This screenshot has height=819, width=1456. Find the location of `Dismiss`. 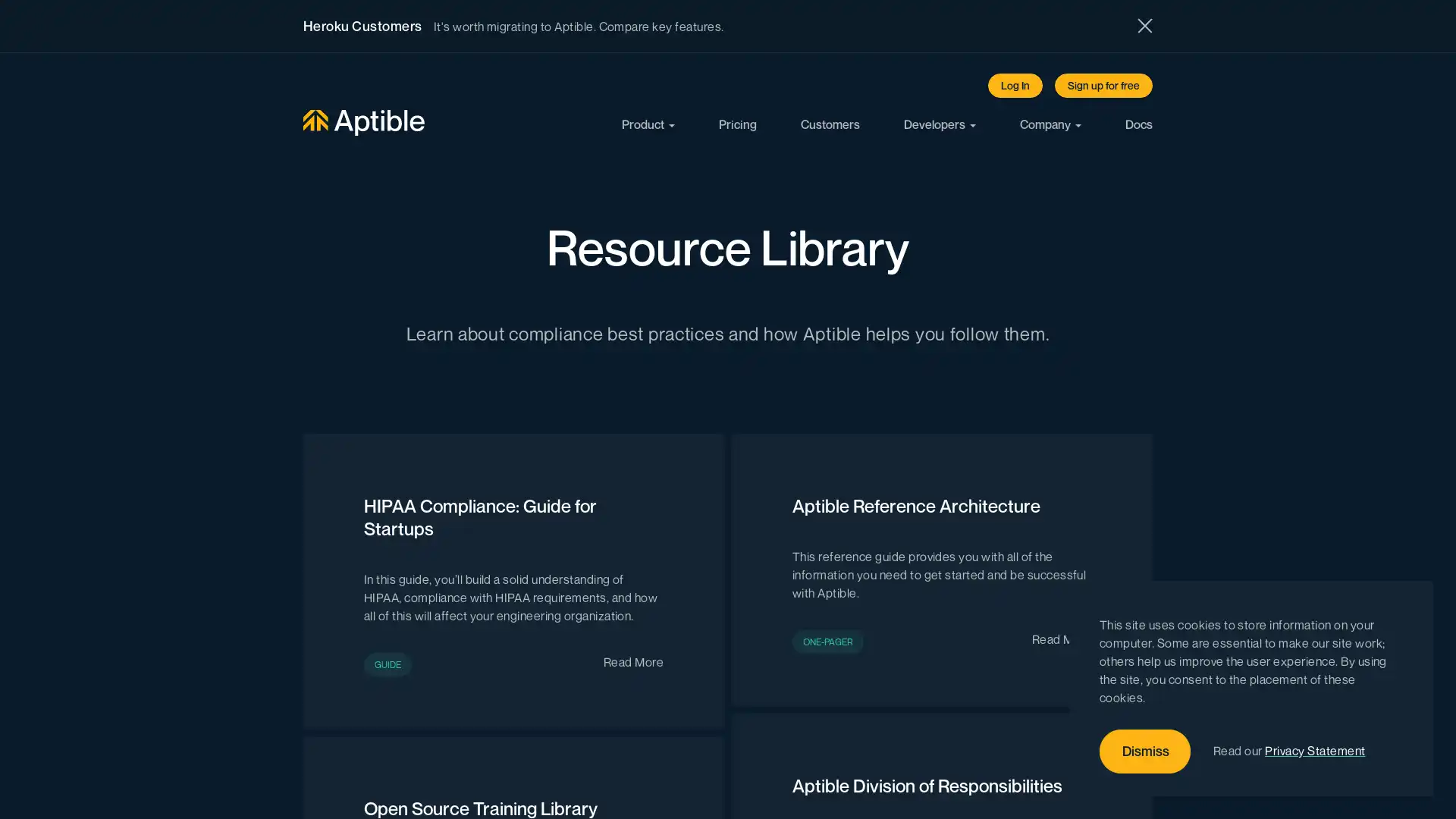

Dismiss is located at coordinates (1145, 752).